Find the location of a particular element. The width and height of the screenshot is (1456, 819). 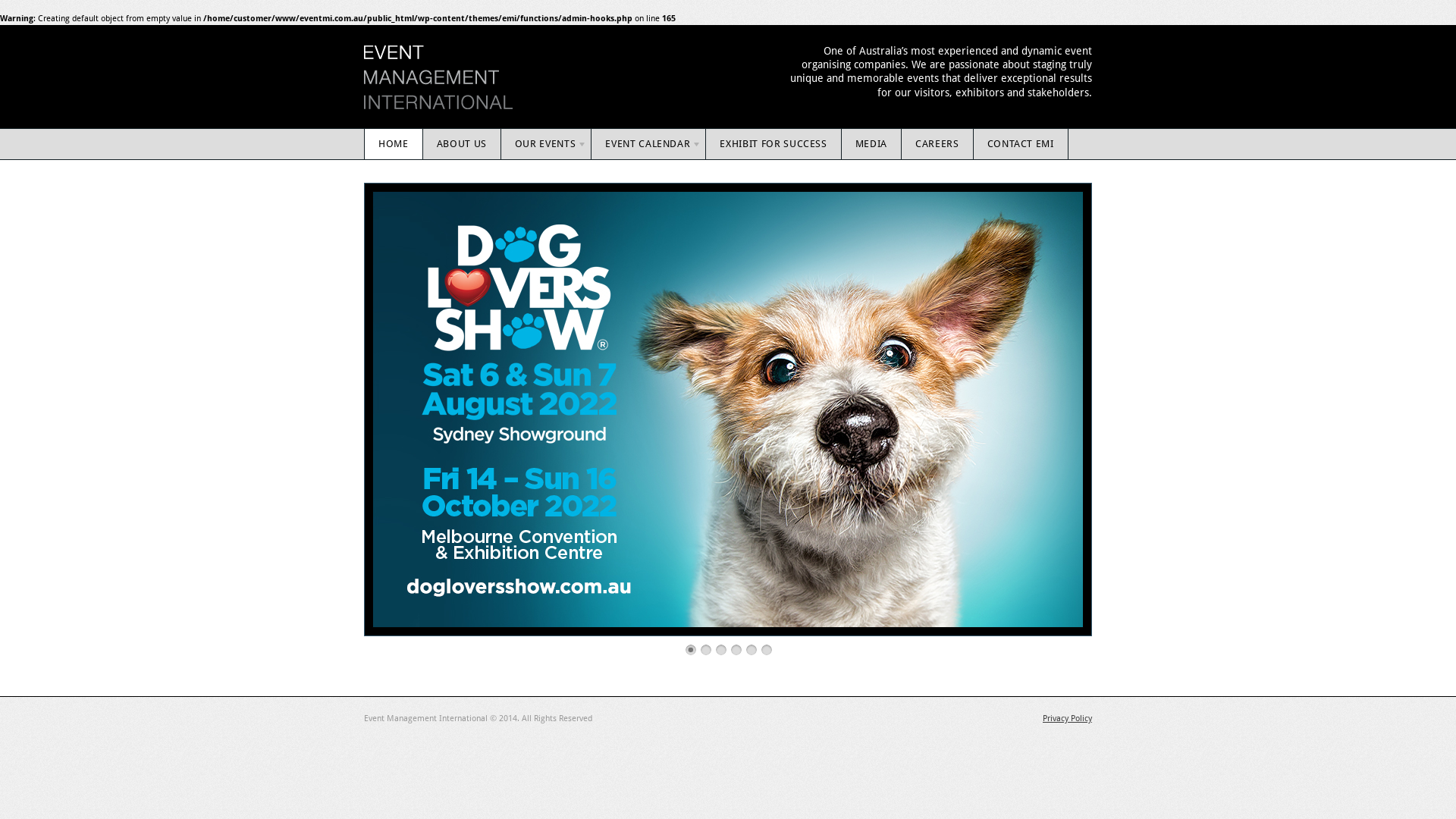

'ABOUT US' is located at coordinates (461, 143).